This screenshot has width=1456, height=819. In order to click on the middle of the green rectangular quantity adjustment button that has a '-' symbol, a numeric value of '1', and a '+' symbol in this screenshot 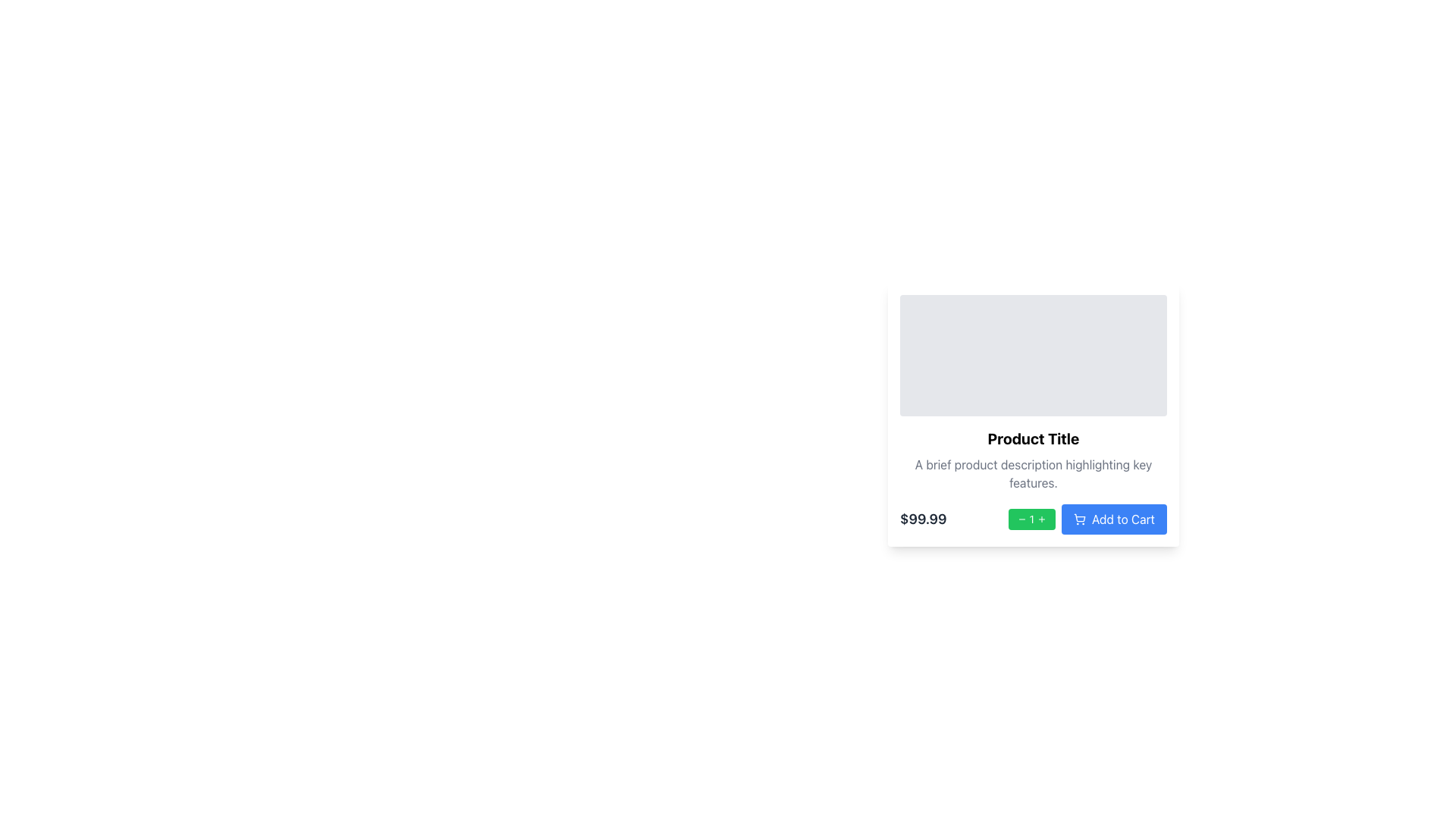, I will do `click(1033, 519)`.